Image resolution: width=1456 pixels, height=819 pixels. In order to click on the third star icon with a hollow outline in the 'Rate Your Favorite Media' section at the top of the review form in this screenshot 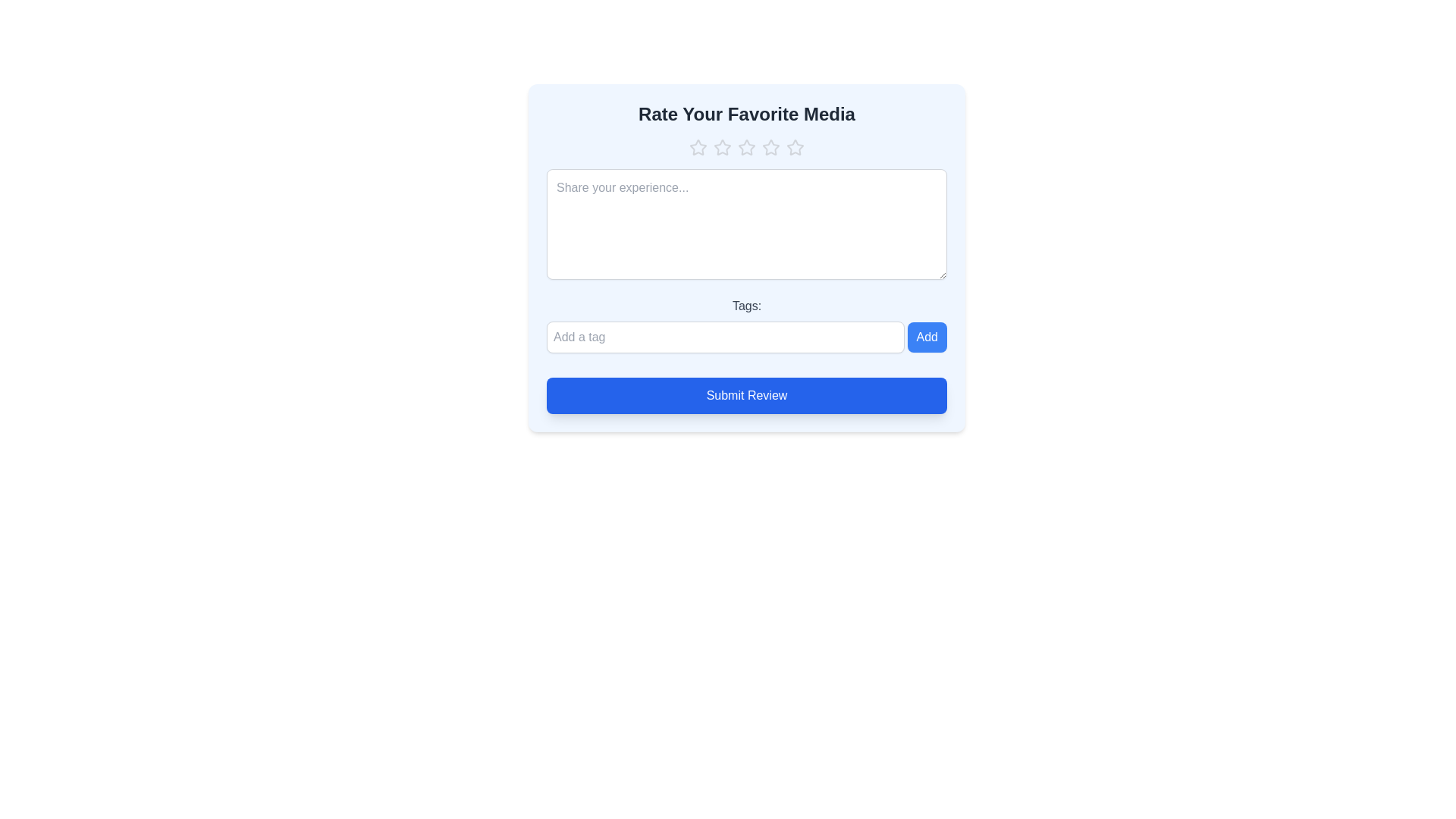, I will do `click(771, 147)`.